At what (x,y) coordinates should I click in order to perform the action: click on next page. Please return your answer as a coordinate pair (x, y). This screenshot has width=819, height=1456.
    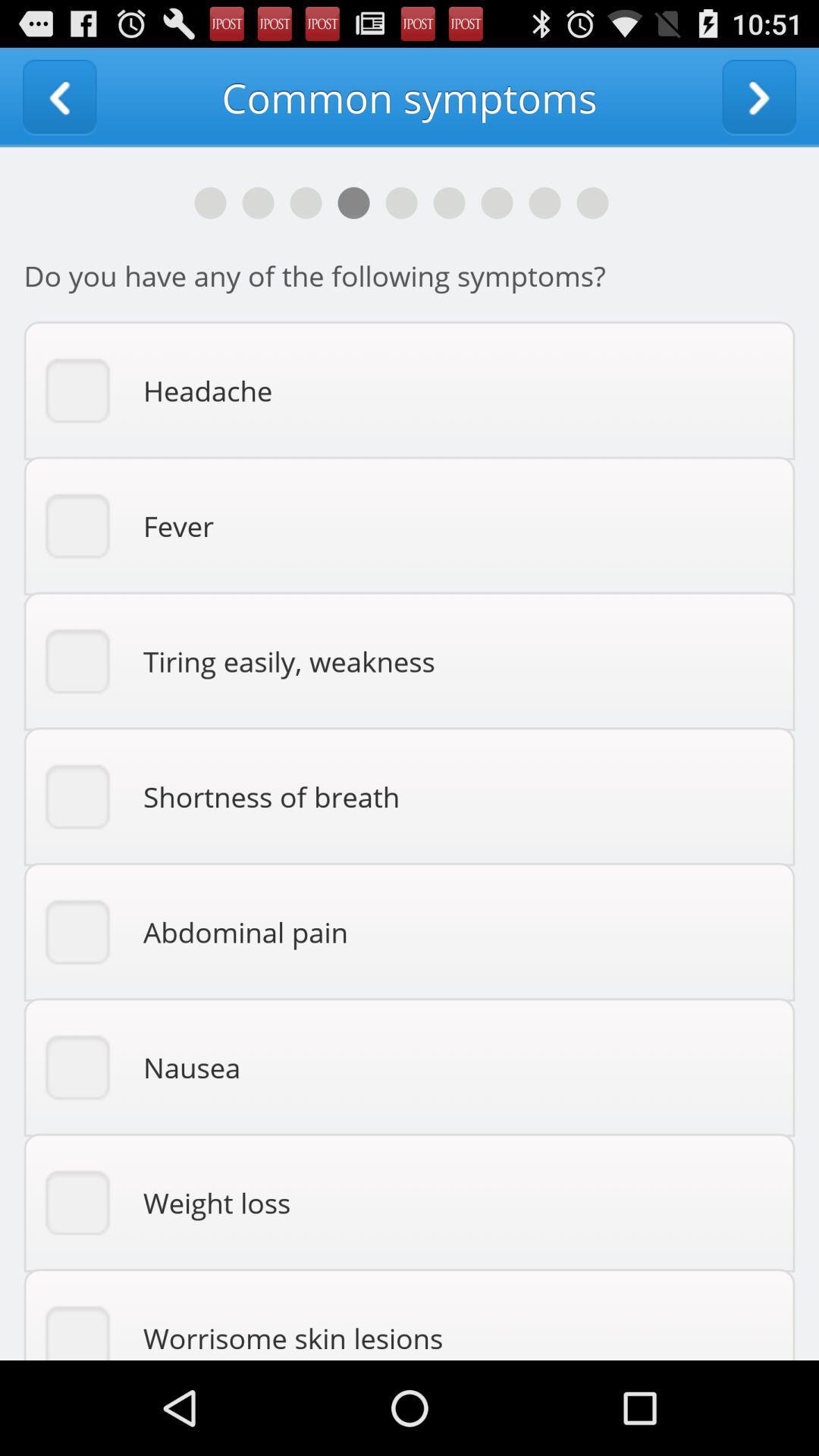
    Looking at the image, I should click on (759, 96).